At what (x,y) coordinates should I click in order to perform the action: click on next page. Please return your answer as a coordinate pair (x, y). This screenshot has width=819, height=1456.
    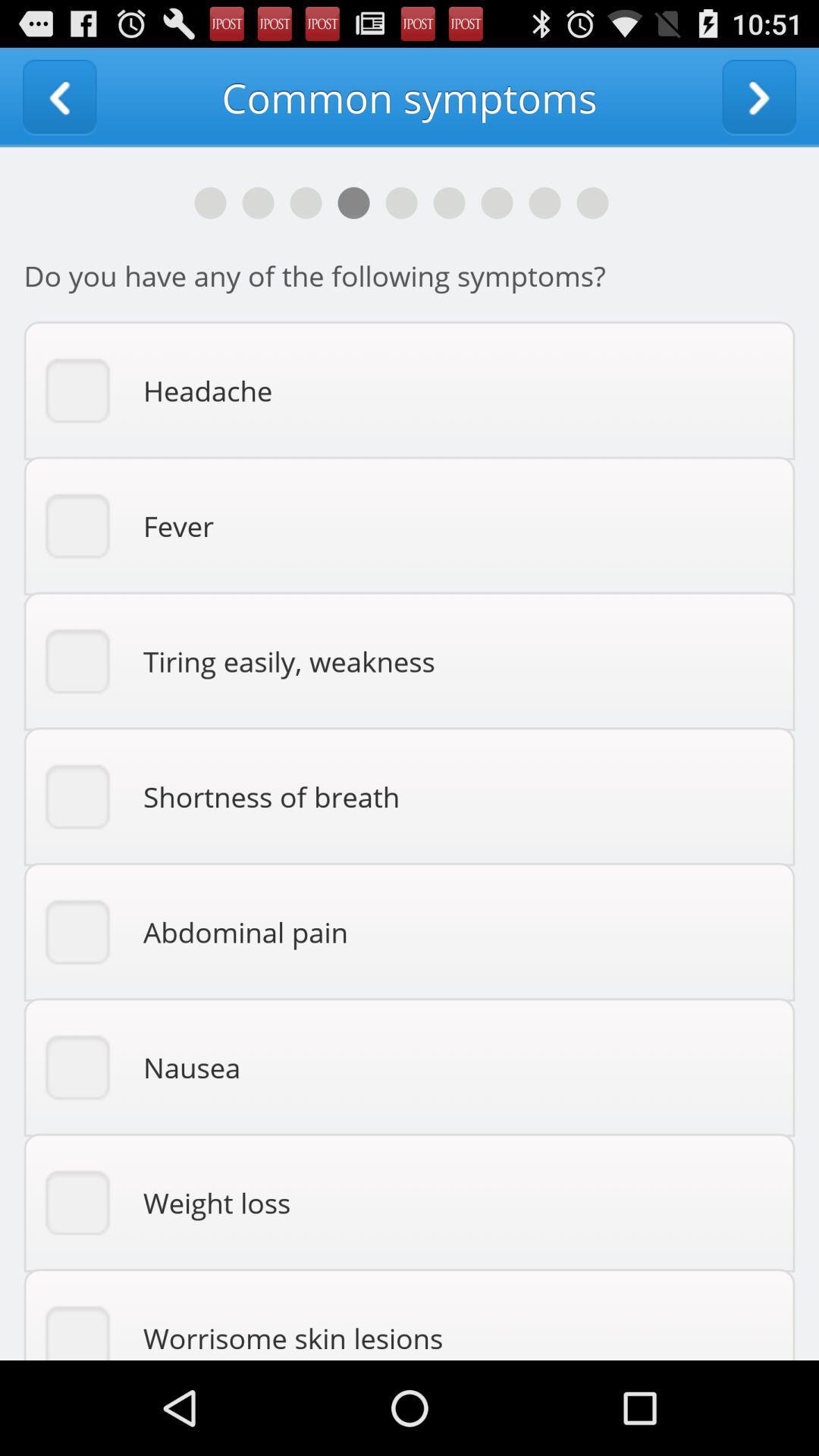
    Looking at the image, I should click on (759, 96).